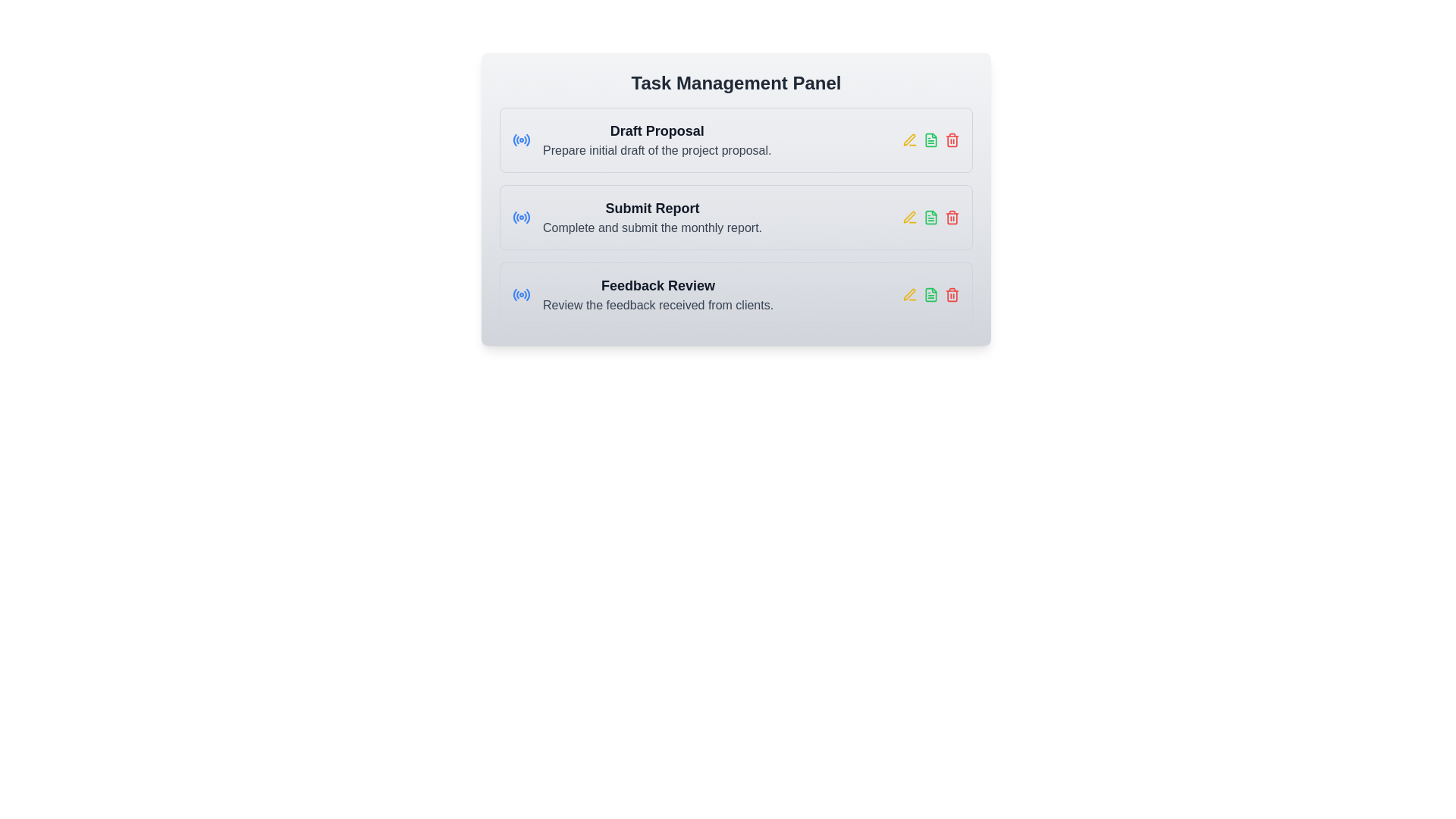 The height and width of the screenshot is (819, 1456). What do you see at coordinates (642, 140) in the screenshot?
I see `the informational text block that represents the task 'Draft Proposal' which is the first item in a card layout, located above 'Submit Report' and 'Feedback Review'` at bounding box center [642, 140].